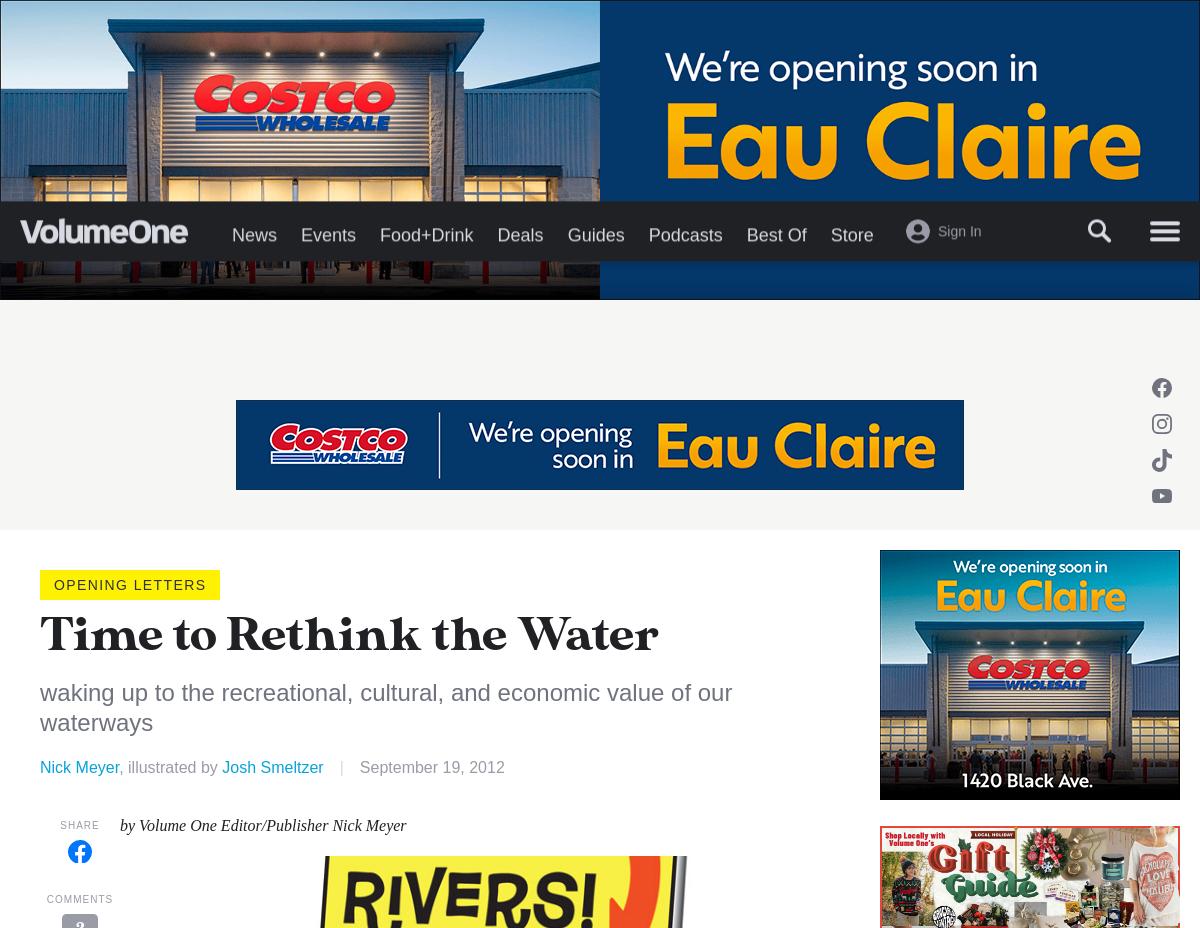 This screenshot has width=1200, height=928. I want to click on 'Sign In', so click(959, 328).